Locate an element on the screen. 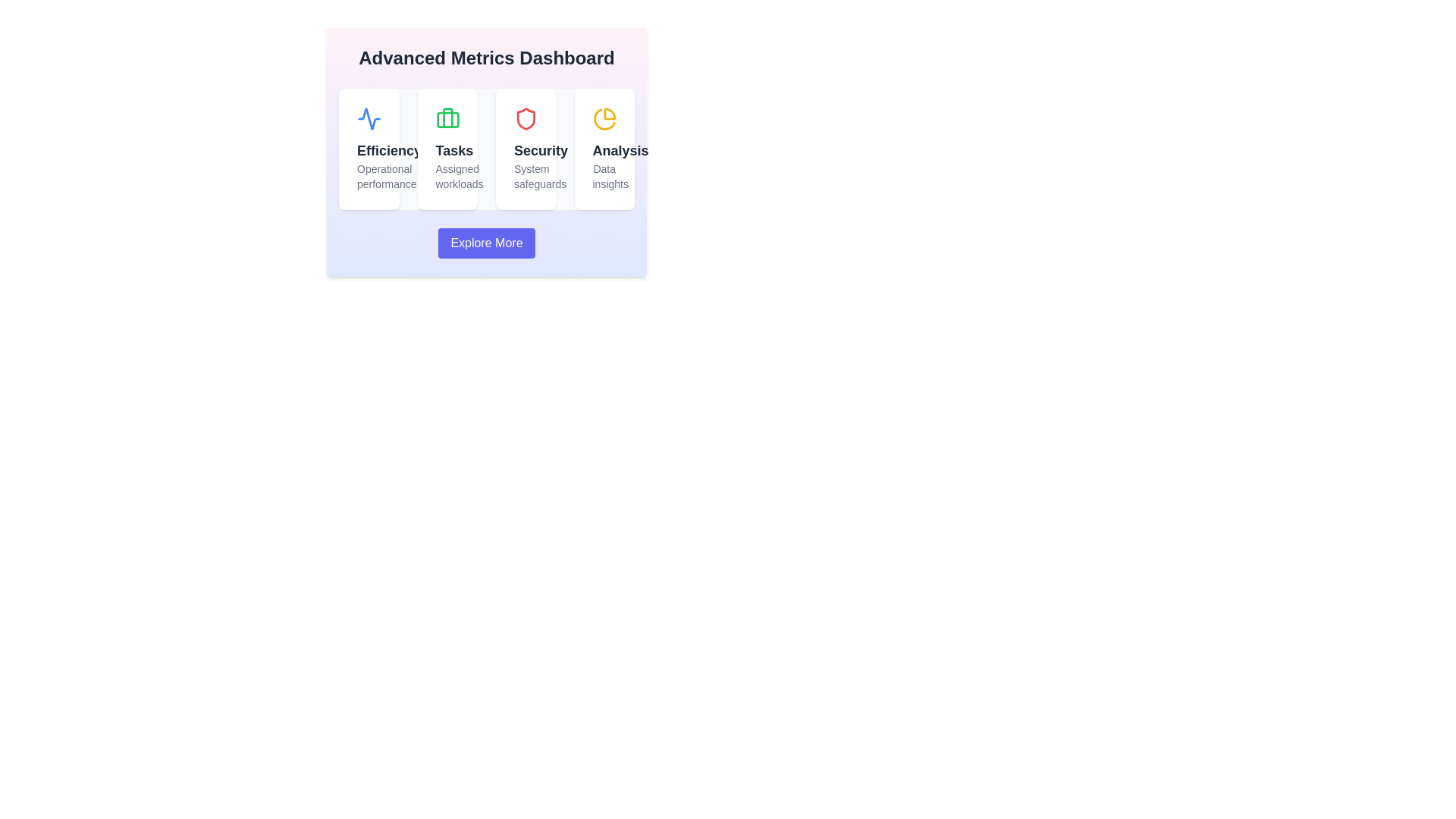  the call-to-action button located under the 'Advanced Metrics Dashboard' section is located at coordinates (487, 242).